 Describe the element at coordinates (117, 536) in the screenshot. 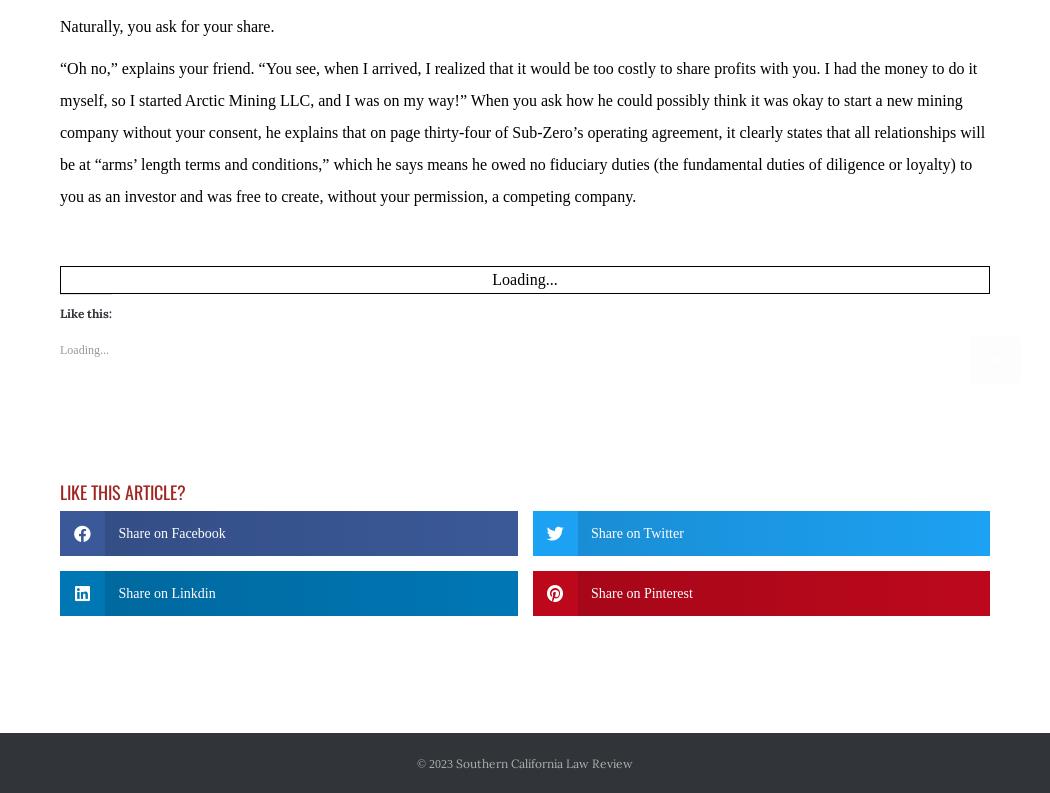

I see `'Share on Linkdin'` at that location.